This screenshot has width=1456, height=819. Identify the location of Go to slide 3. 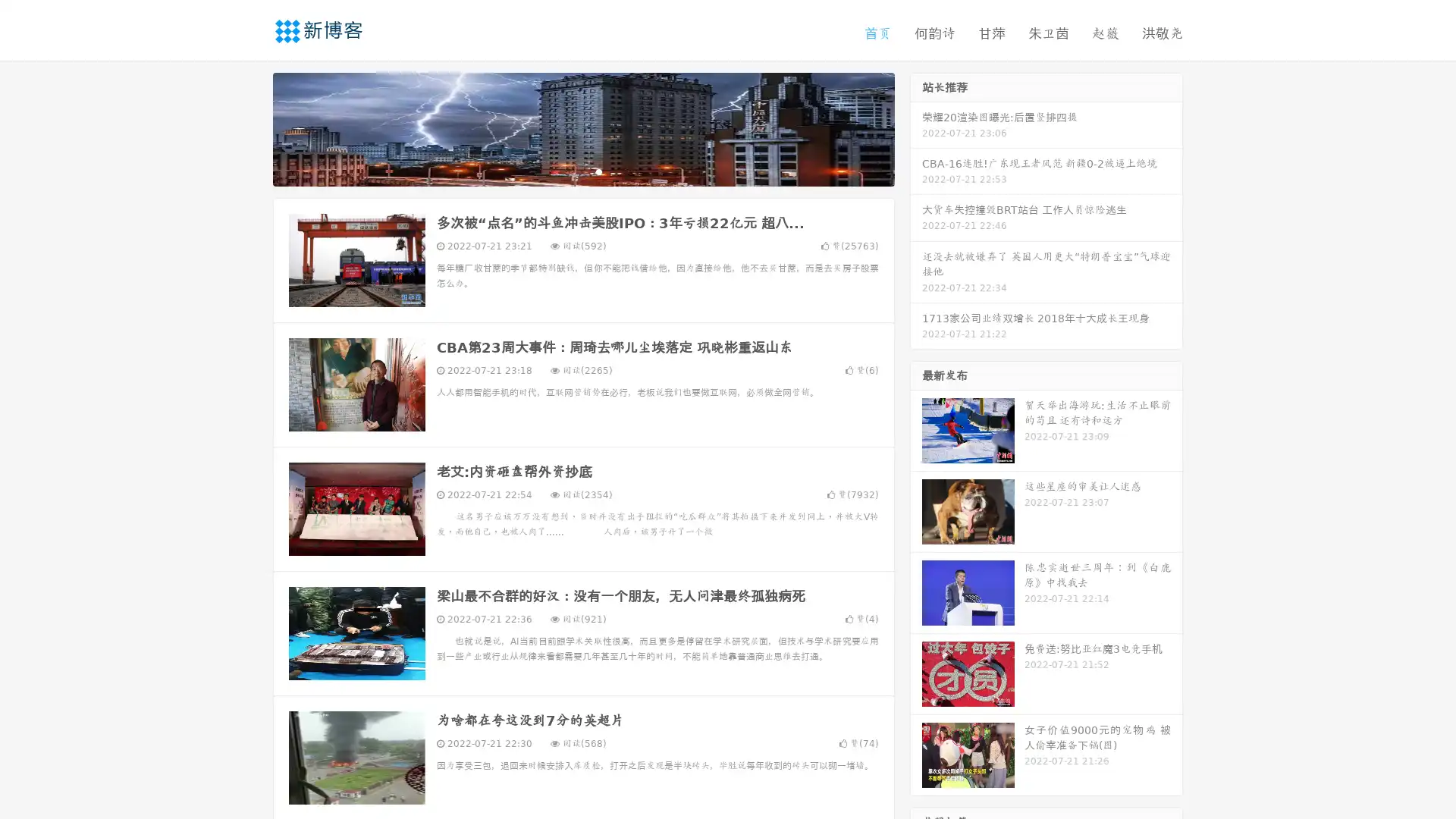
(598, 171).